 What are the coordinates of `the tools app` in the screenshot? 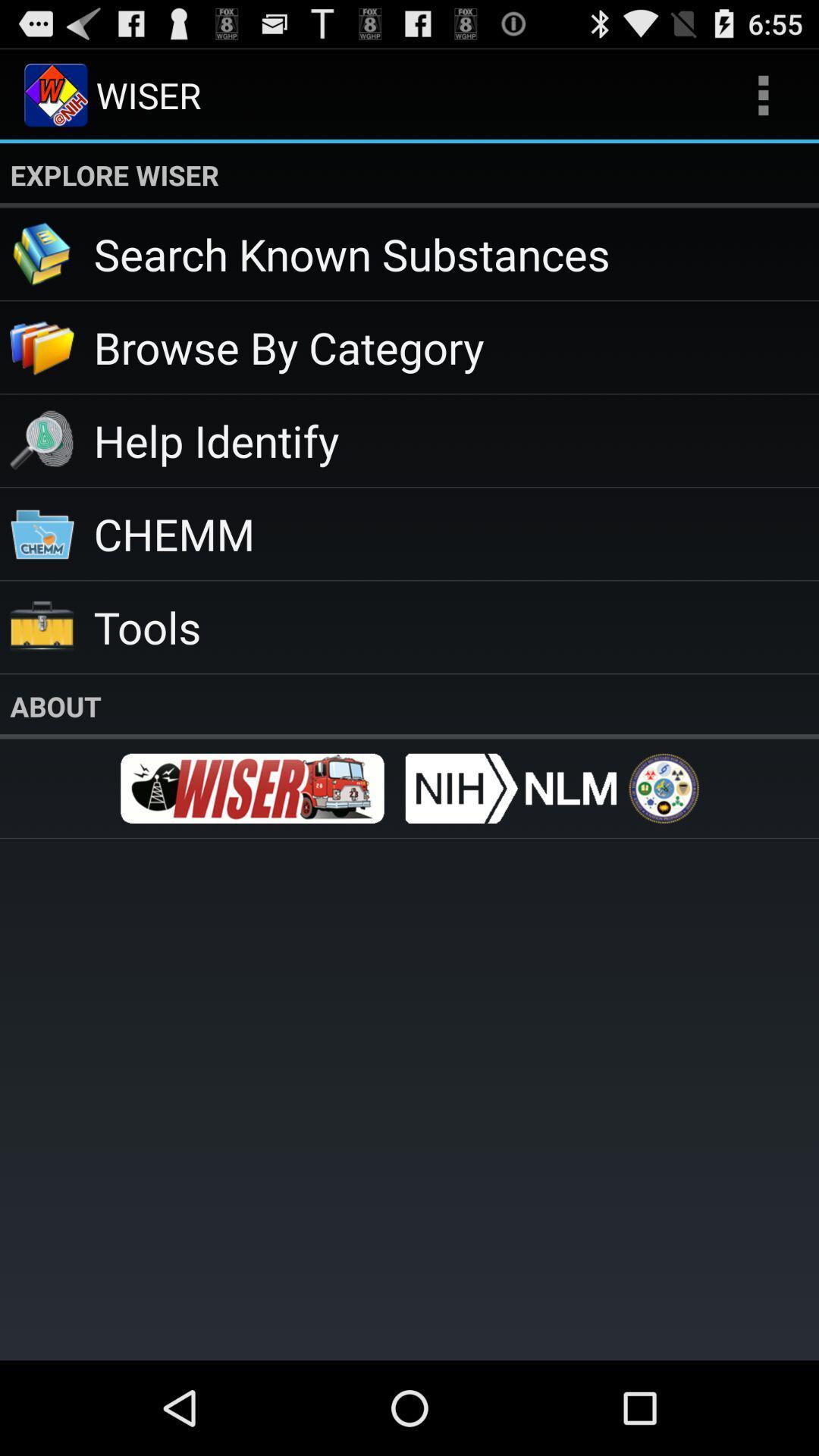 It's located at (455, 626).